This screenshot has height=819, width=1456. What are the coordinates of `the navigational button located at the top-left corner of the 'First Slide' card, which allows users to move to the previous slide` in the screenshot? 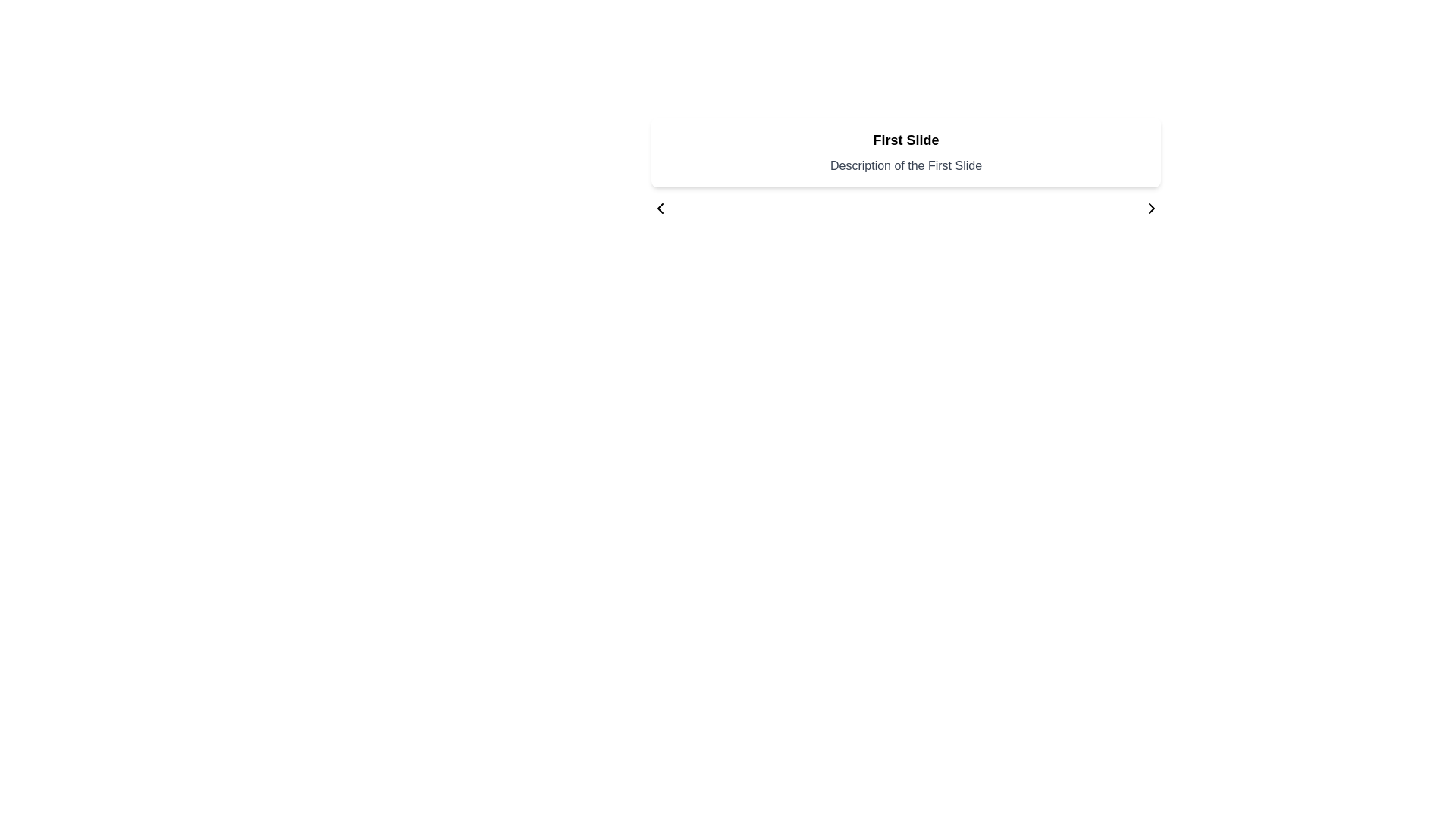 It's located at (660, 208).